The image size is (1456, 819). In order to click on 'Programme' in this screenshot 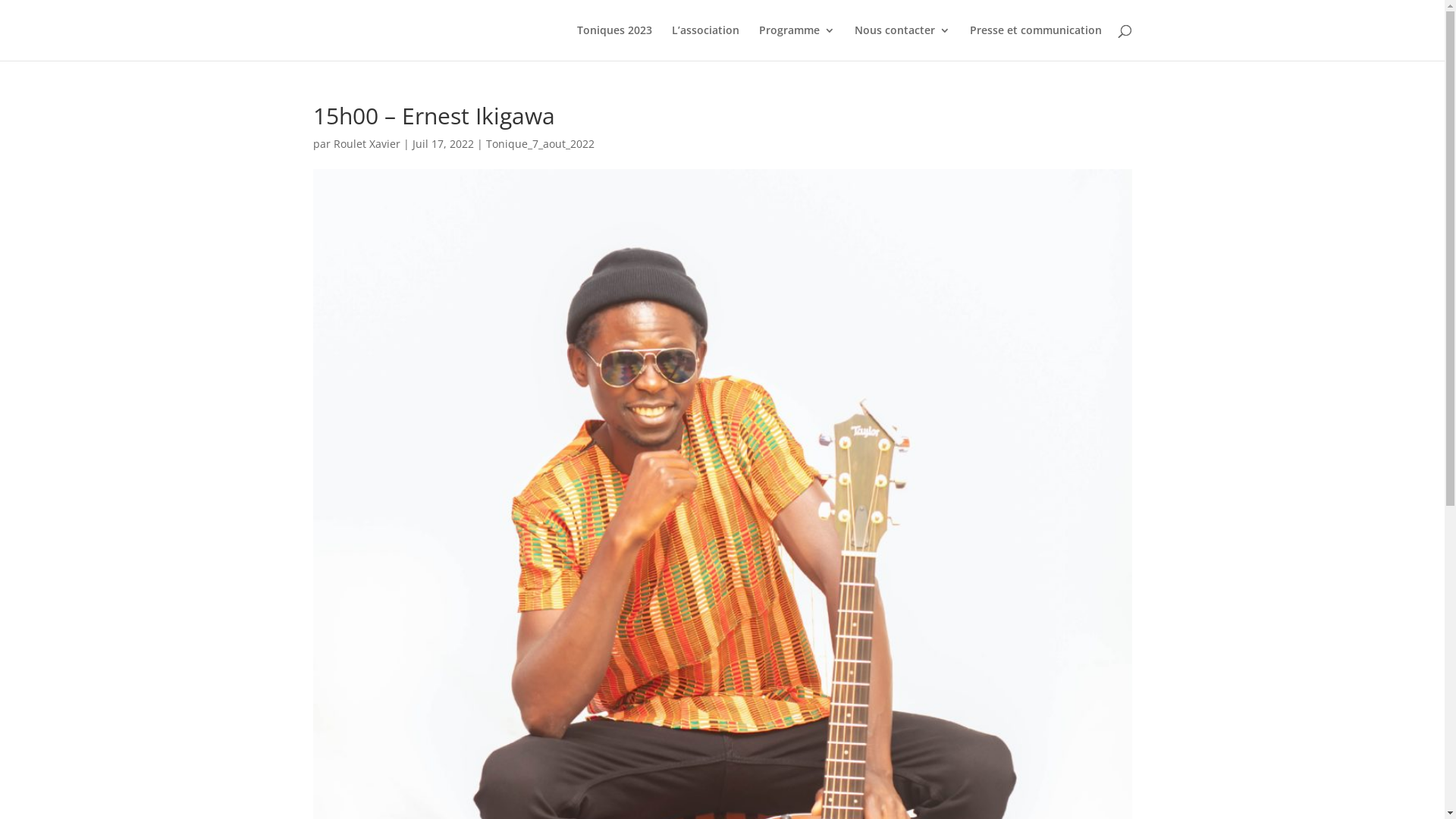, I will do `click(758, 42)`.